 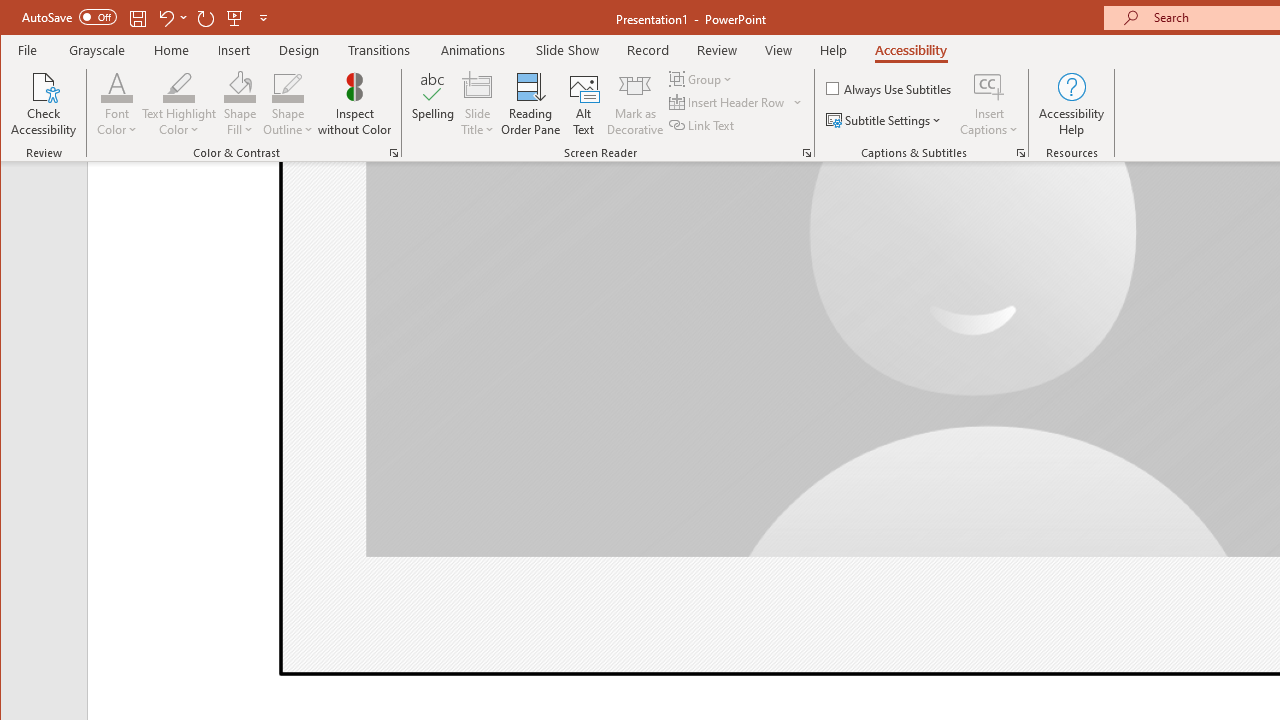 I want to click on 'Screen Reader', so click(x=807, y=152).